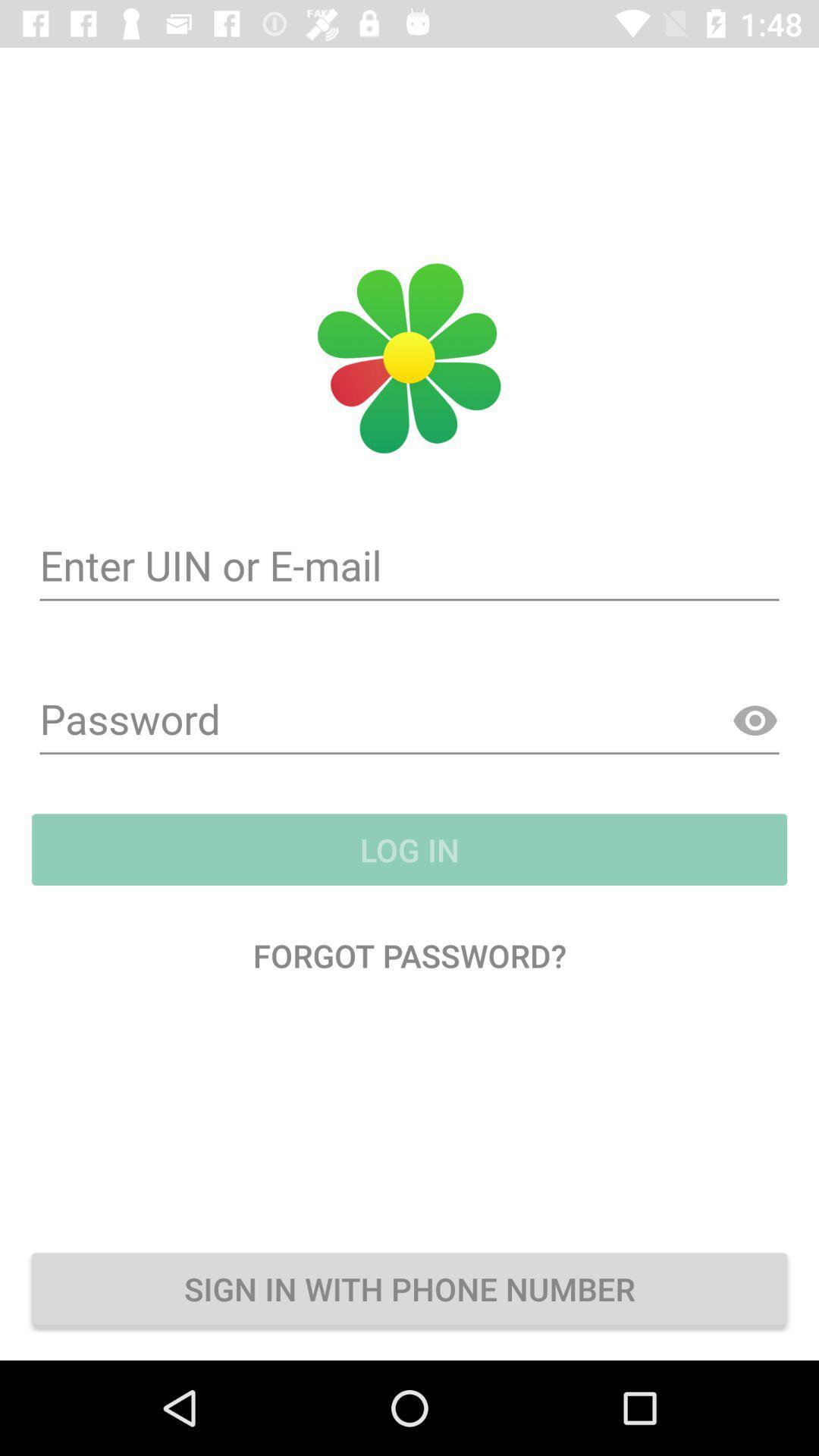 This screenshot has width=819, height=1456. I want to click on the icon above sign in with item, so click(409, 954).